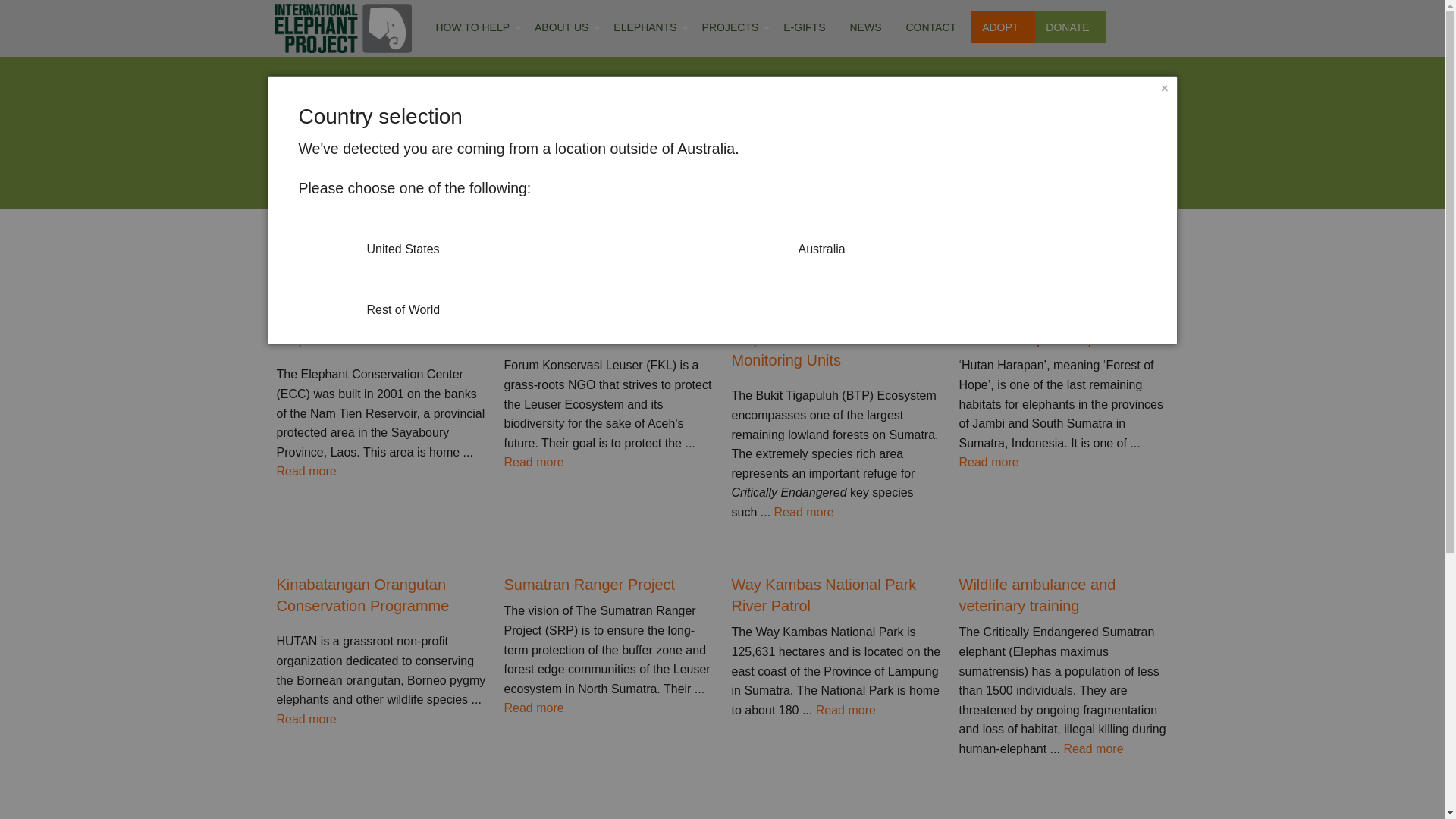 The image size is (1456, 819). Describe the element at coordinates (835, 350) in the screenshot. I see `'Elephant Conservation & Monitoring Units'` at that location.